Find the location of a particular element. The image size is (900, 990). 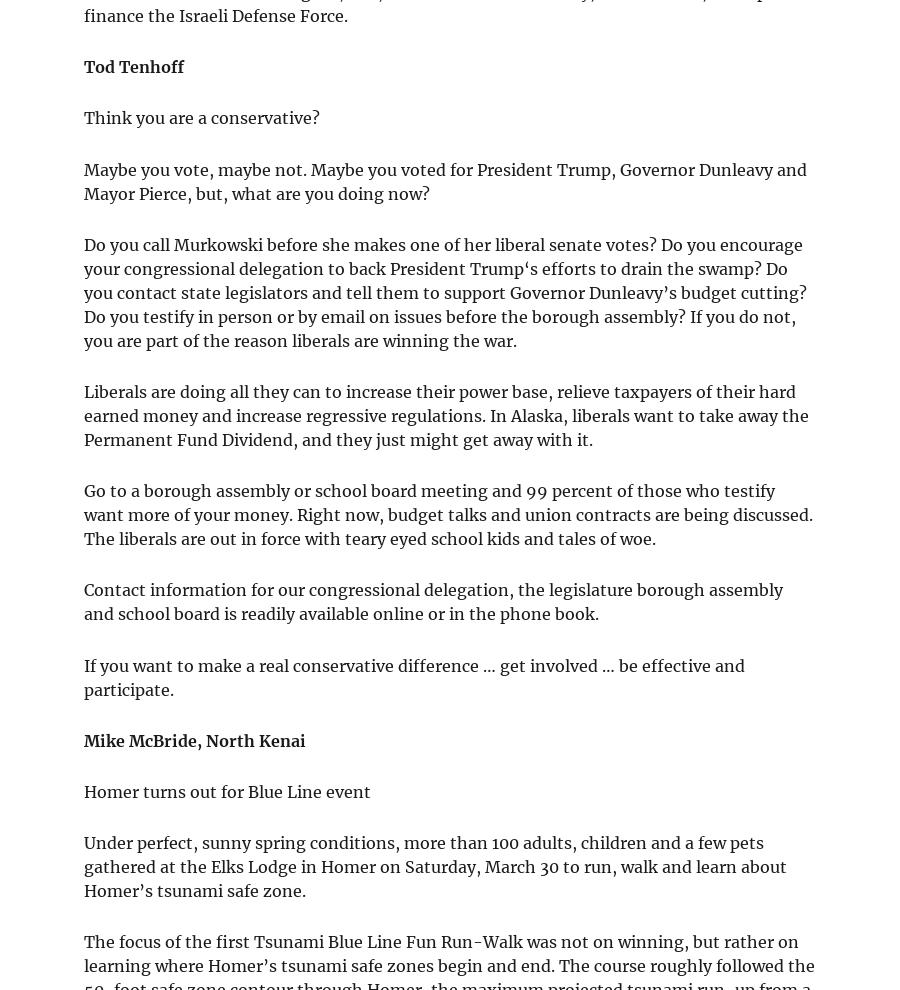

'Tod Tenhoff' is located at coordinates (134, 67).